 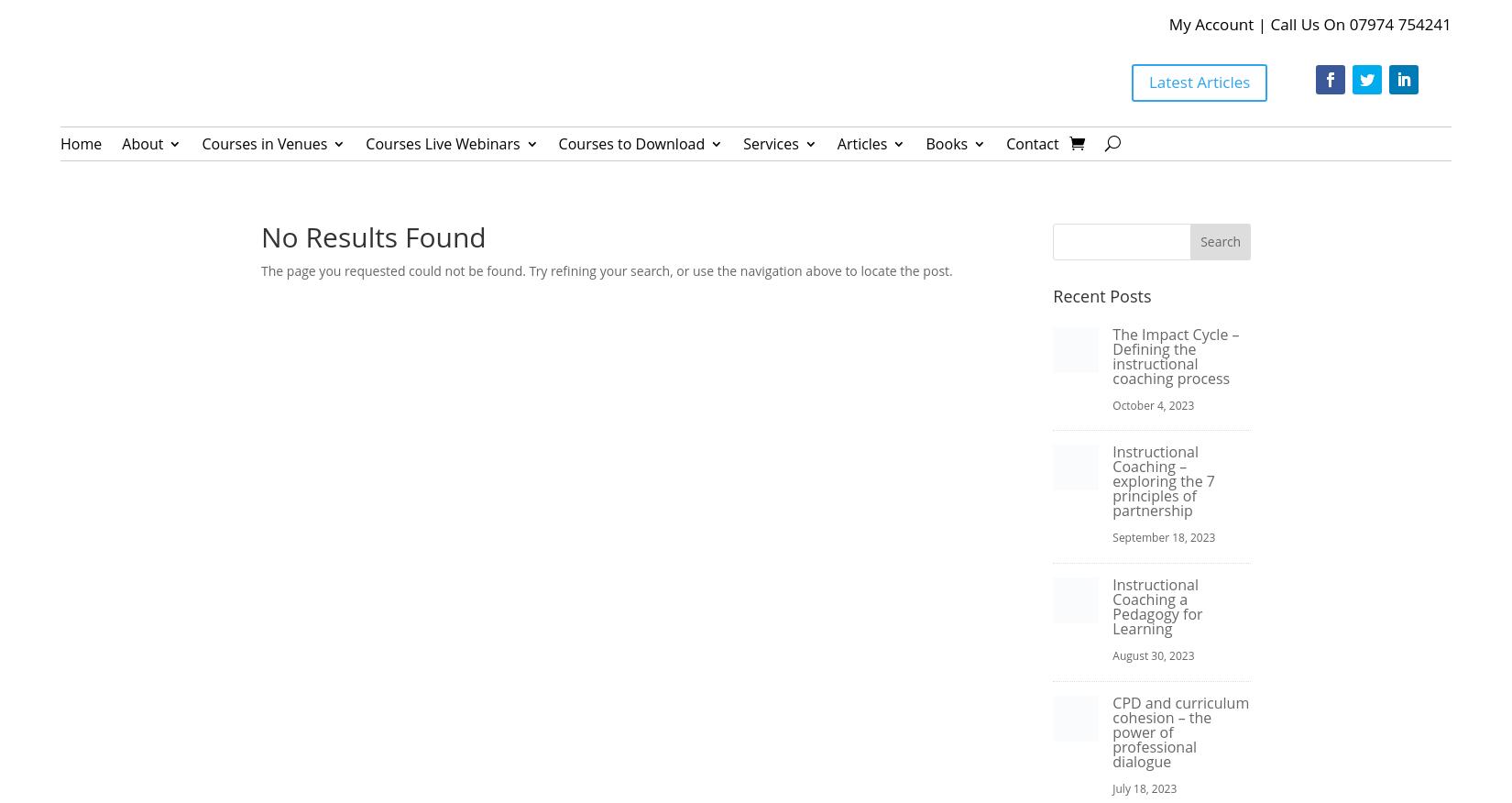 What do you see at coordinates (655, 244) in the screenshot?
I see `'Curriculum Teaching & Learning'` at bounding box center [655, 244].